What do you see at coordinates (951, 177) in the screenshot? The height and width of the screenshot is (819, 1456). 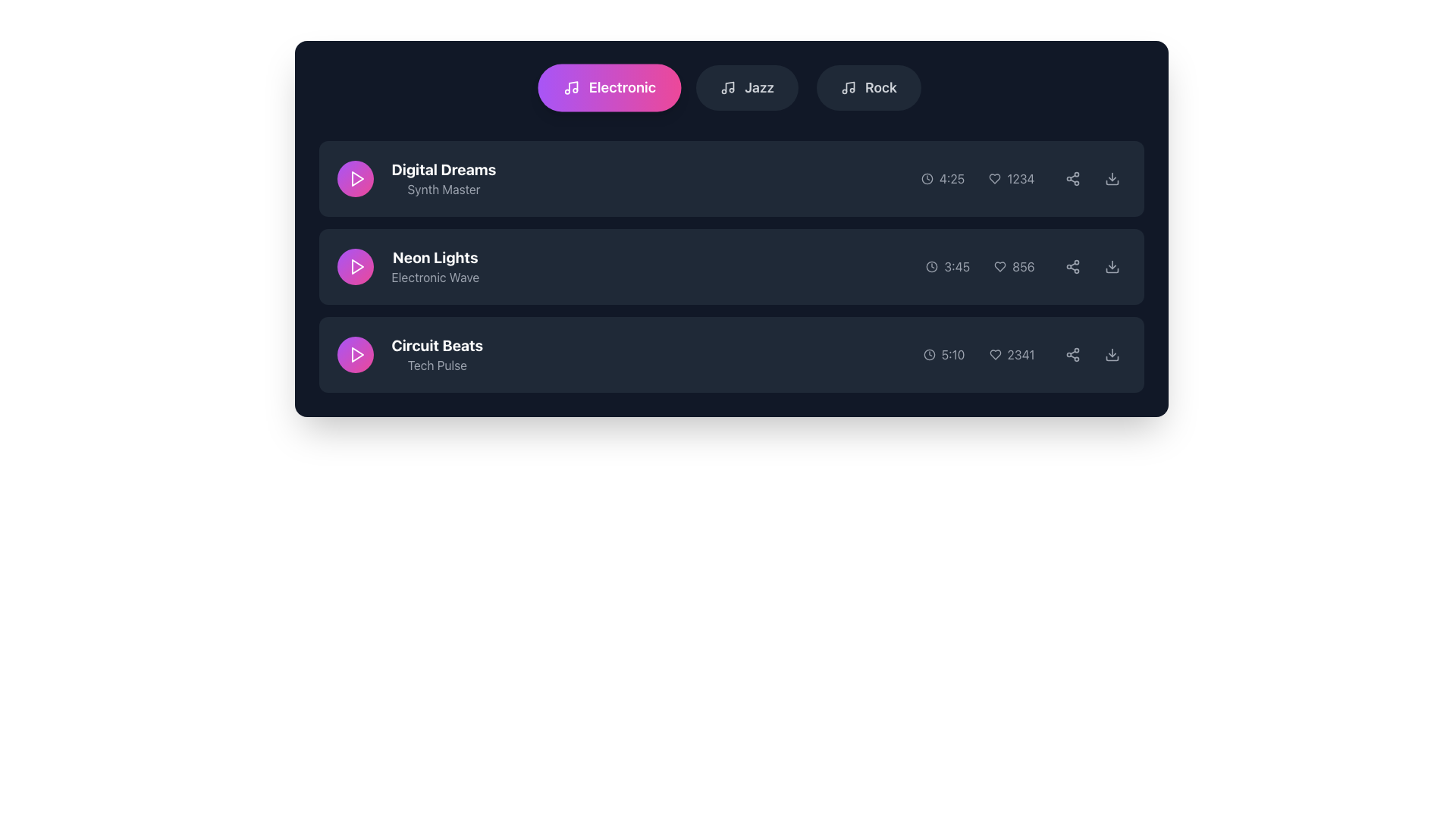 I see `the Text label that displays the duration of a media item, positioned to the right of the clock icon in the first row of the list under the 'Electronic' section` at bounding box center [951, 177].